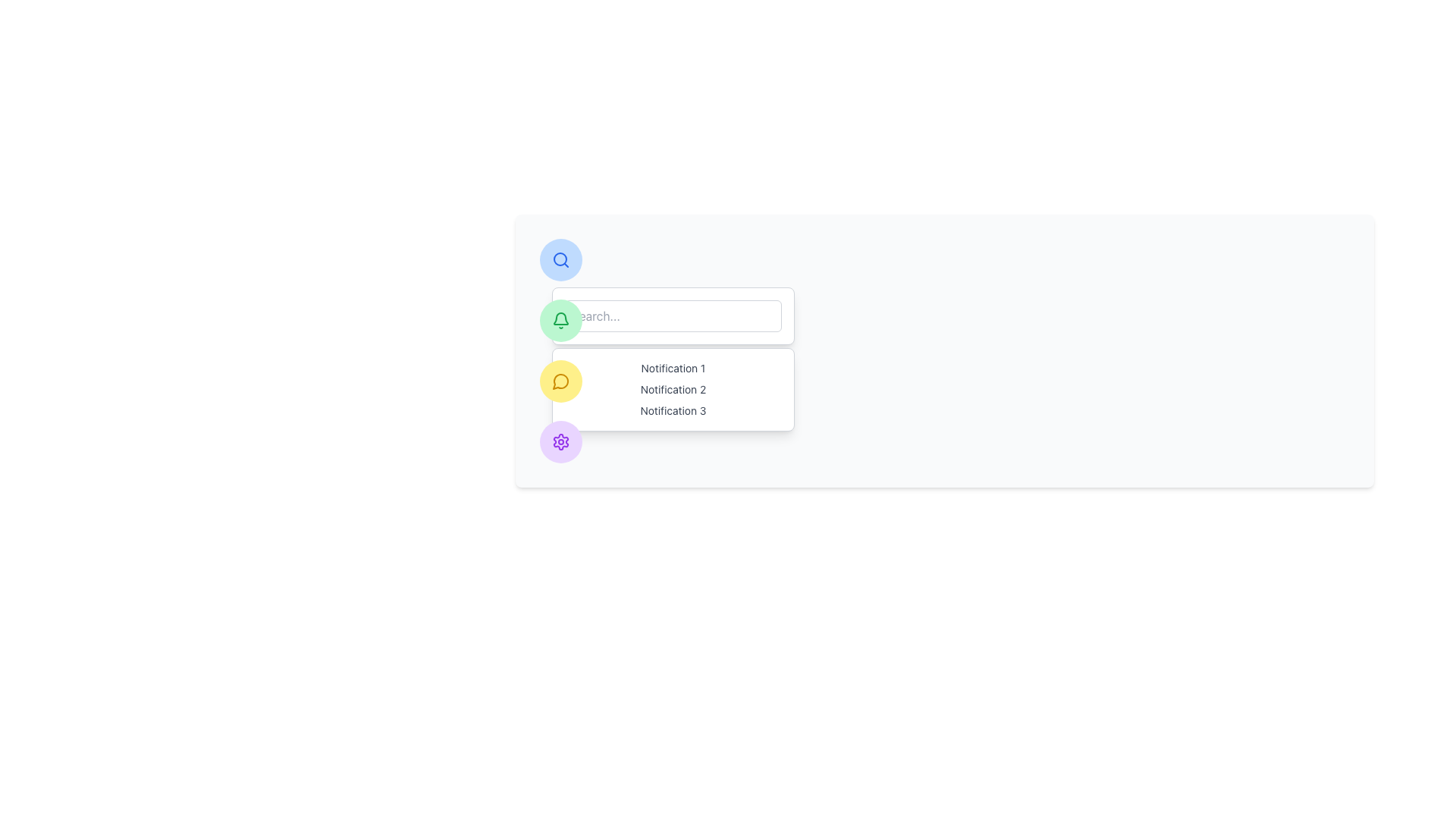 This screenshot has height=819, width=1456. Describe the element at coordinates (560, 381) in the screenshot. I see `the decorative speech bubble icon with a bold outline located inside the green-circled button, which is the second button from the top in a vertical button group` at that location.